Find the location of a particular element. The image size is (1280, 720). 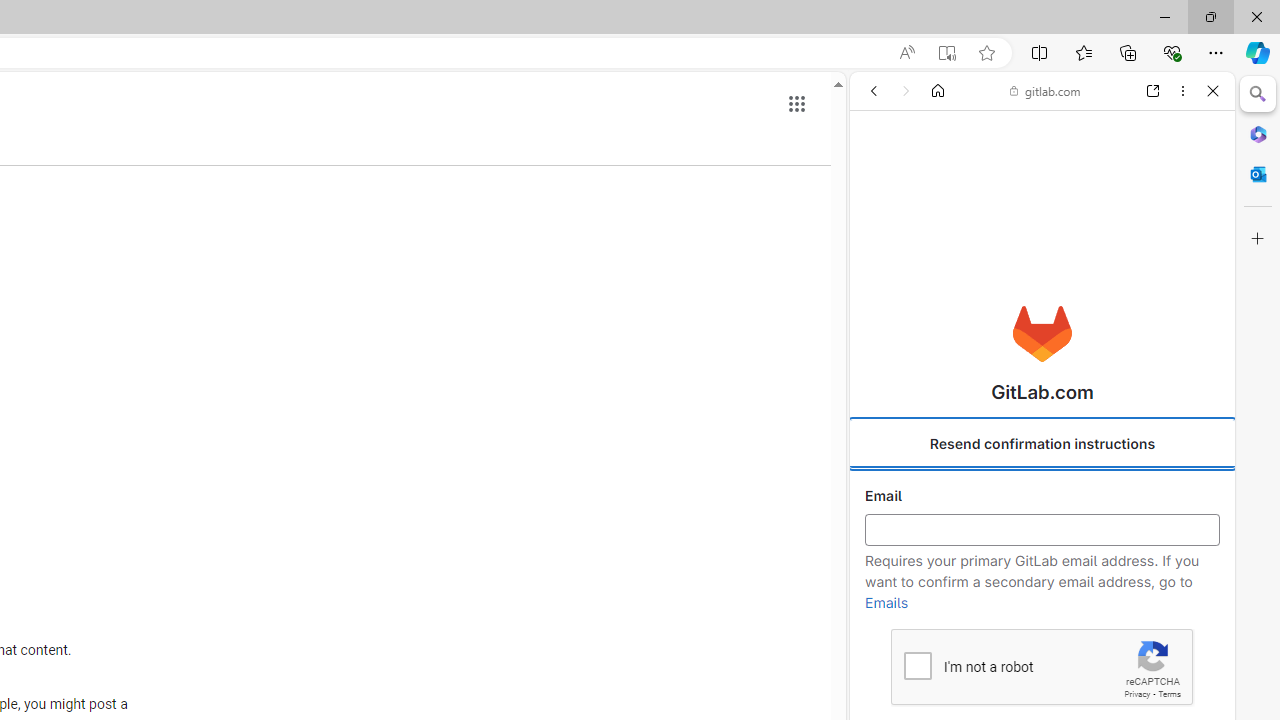

'About GitLab' is located at coordinates (1041, 591).